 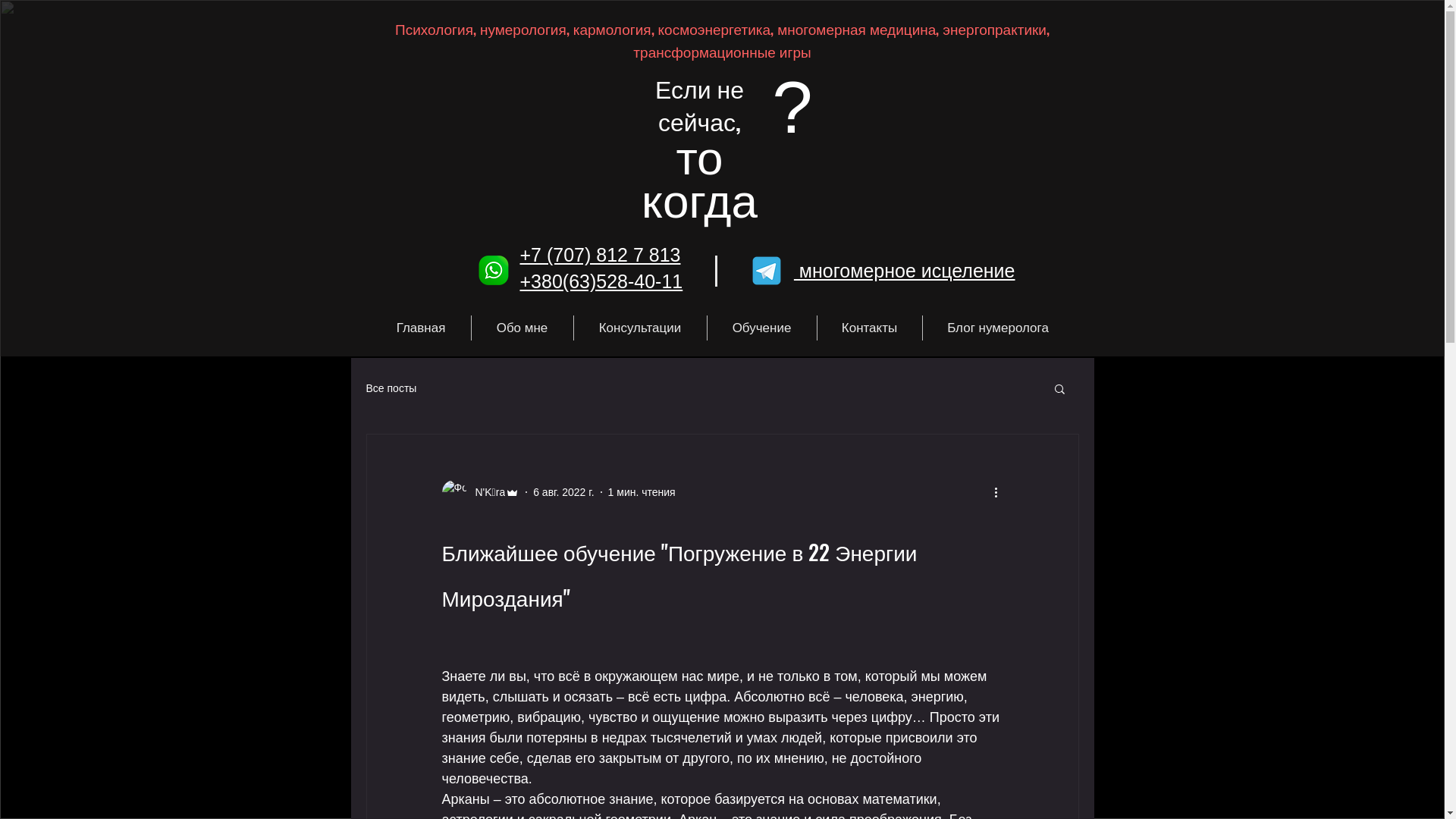 What do you see at coordinates (601, 281) in the screenshot?
I see `'+380(63)528-40-11'` at bounding box center [601, 281].